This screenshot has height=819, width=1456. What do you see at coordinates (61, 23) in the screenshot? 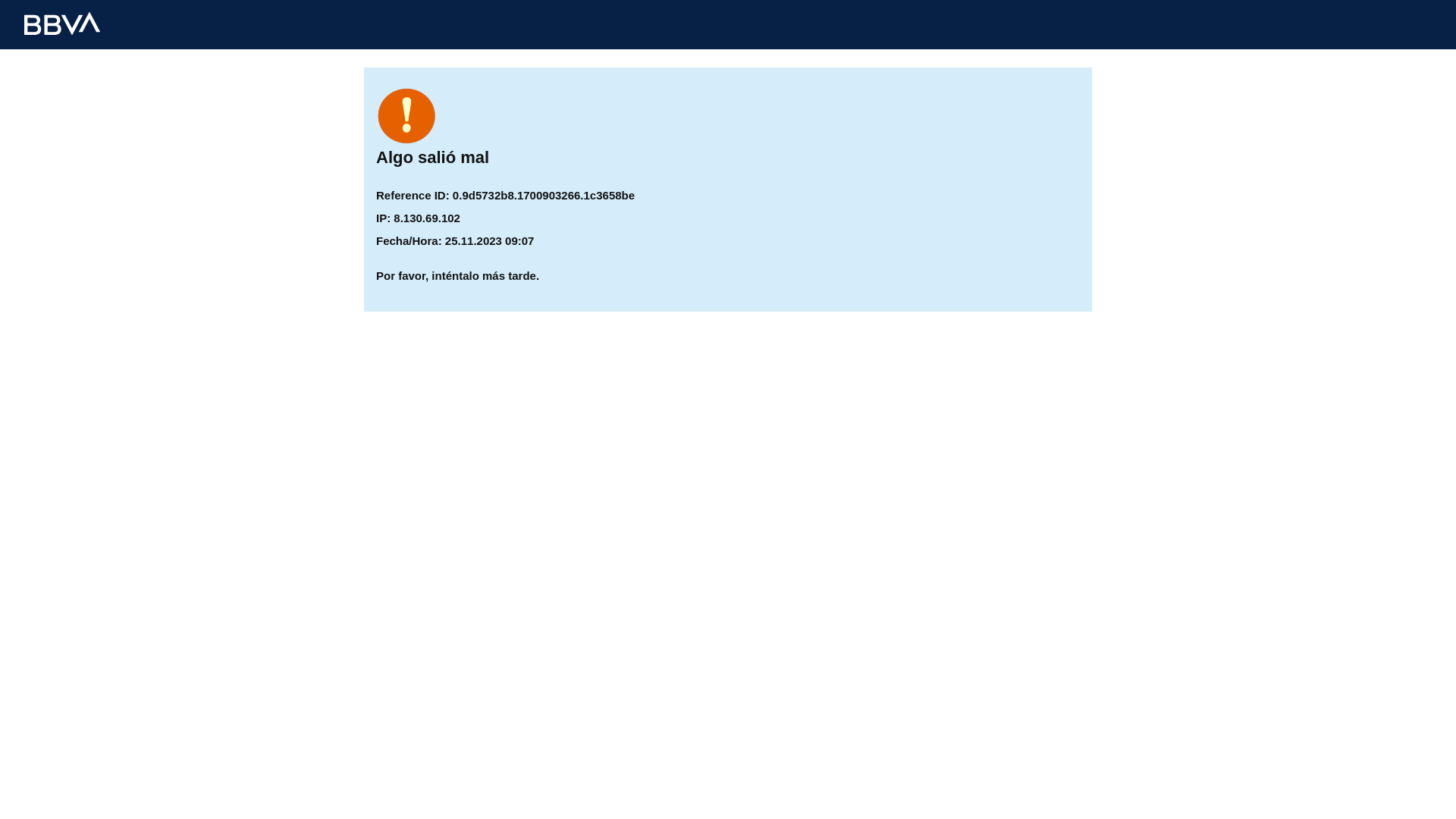
I see `'LOGO BBVA'` at bounding box center [61, 23].